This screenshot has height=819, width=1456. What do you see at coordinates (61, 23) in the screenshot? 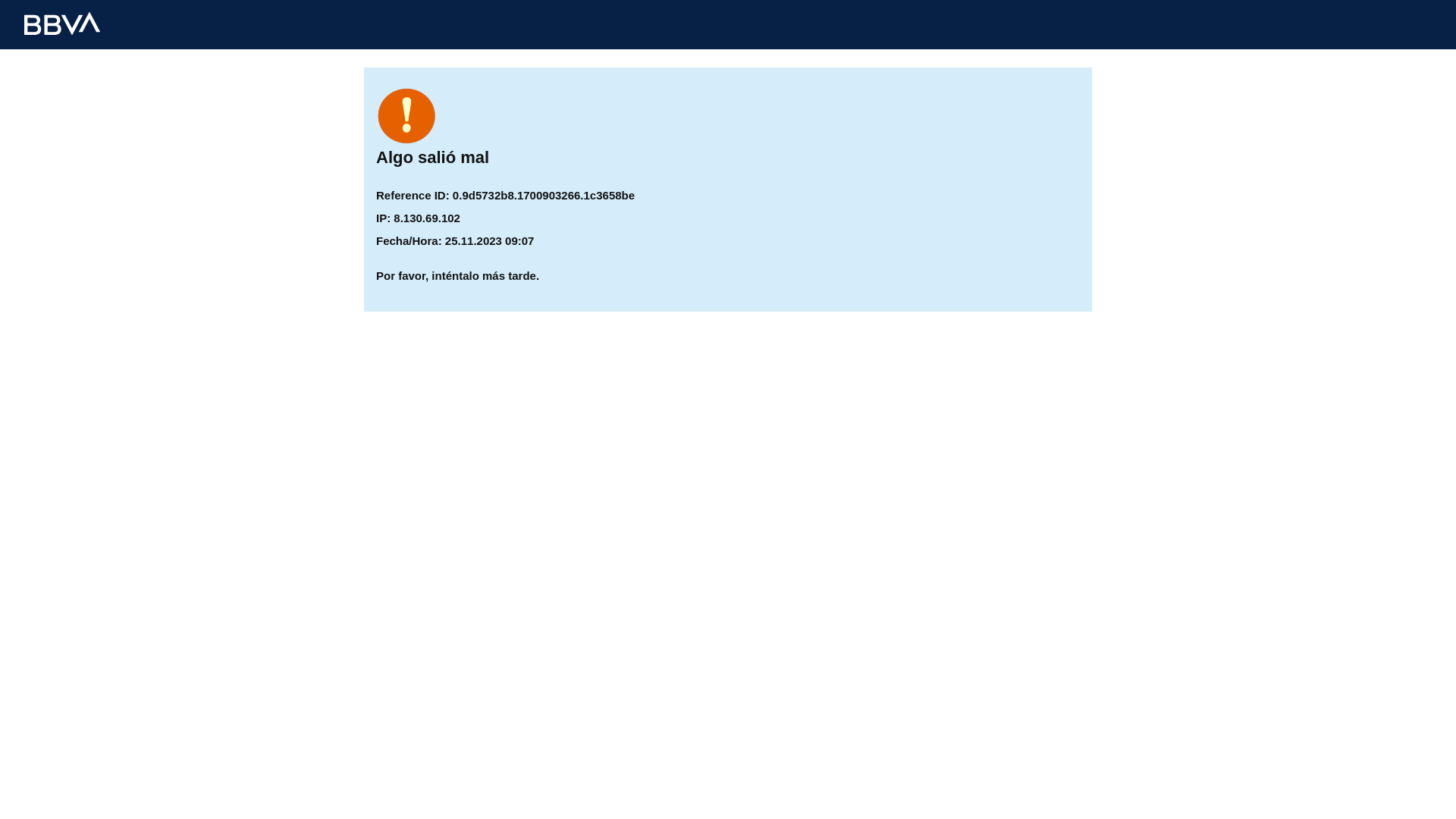
I see `'LOGO BBVA'` at bounding box center [61, 23].